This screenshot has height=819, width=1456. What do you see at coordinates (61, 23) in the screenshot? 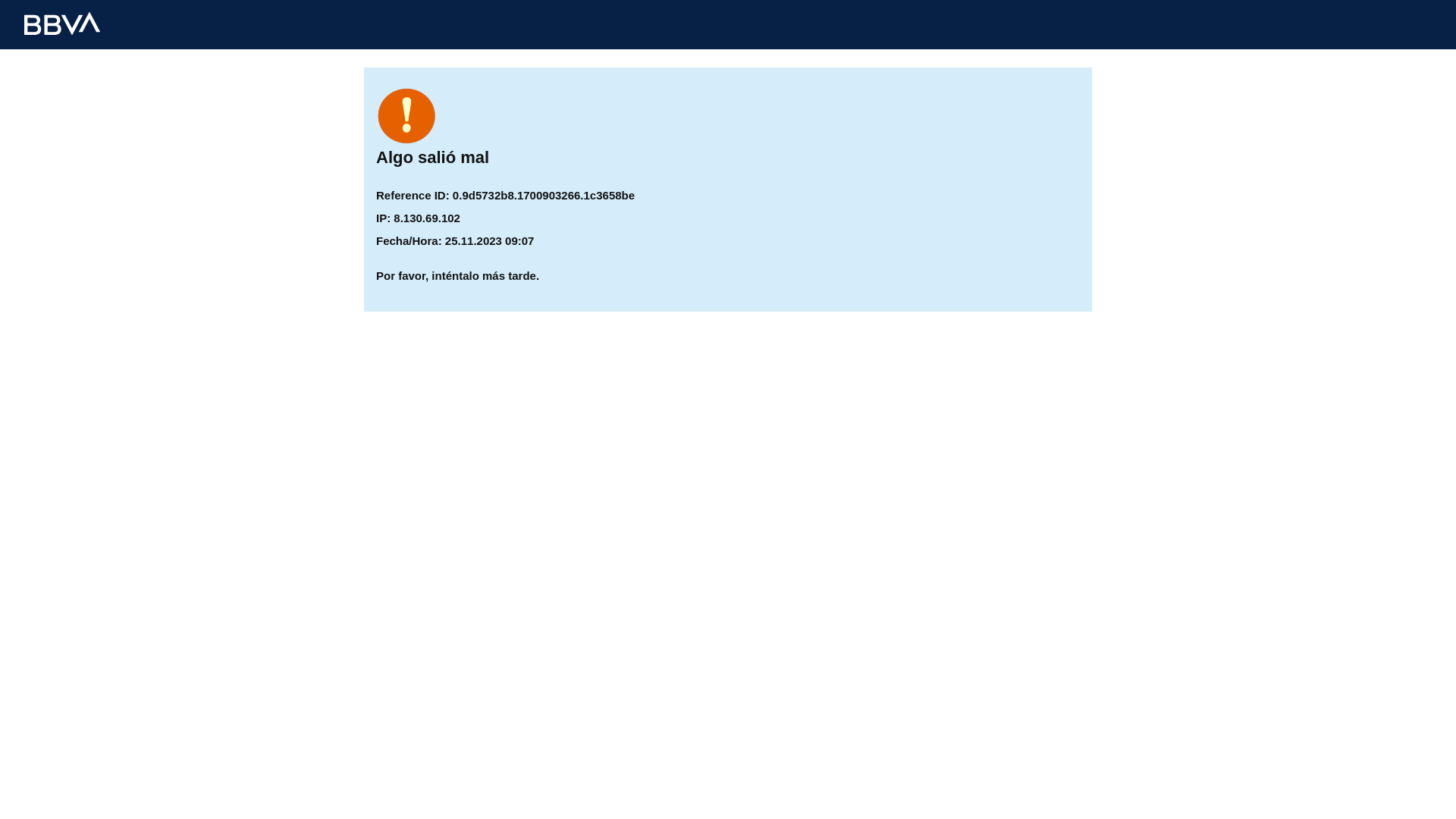
I see `'LOGO BBVA'` at bounding box center [61, 23].